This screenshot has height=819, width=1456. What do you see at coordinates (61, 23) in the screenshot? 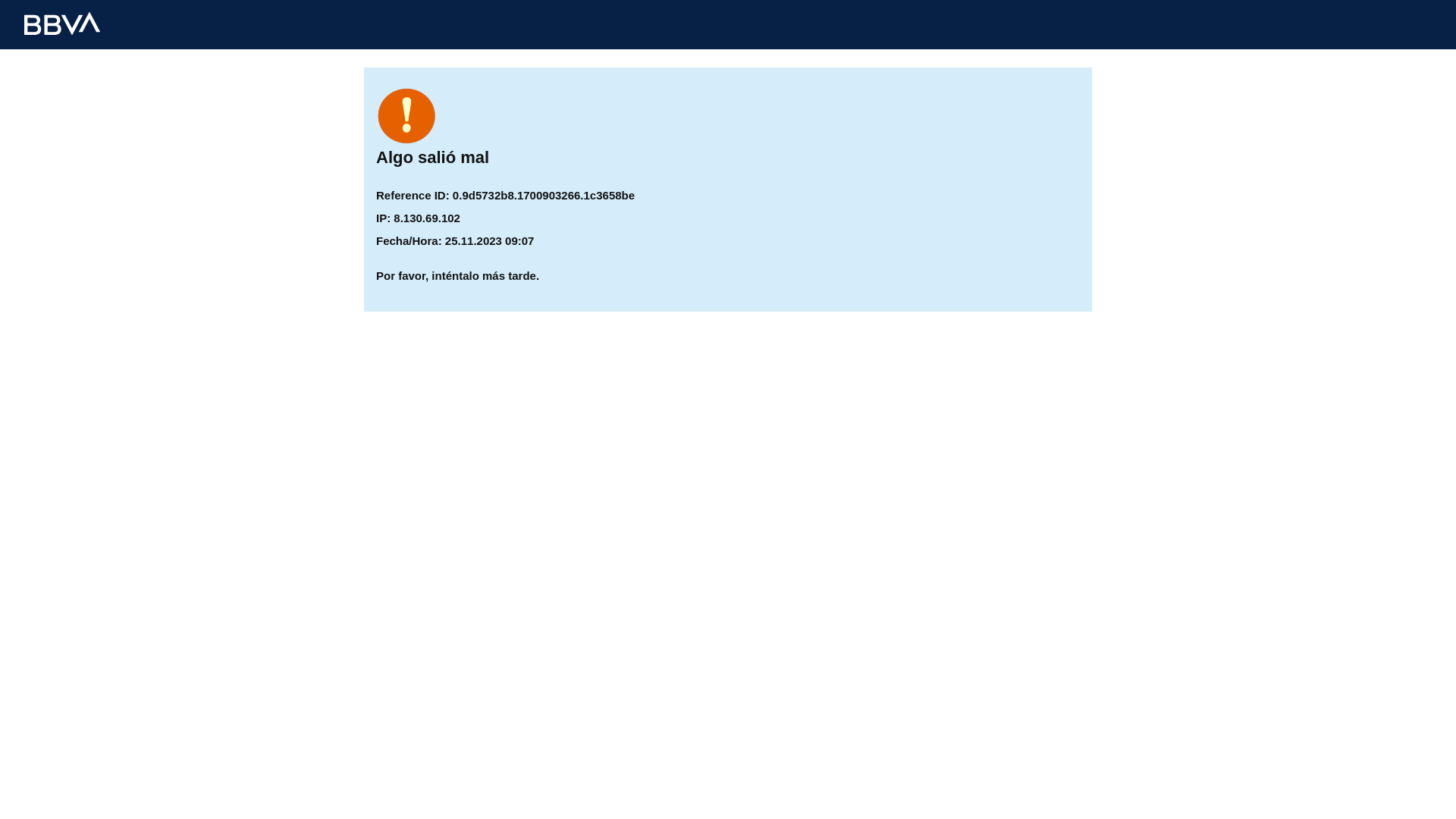
I see `'LOGO BBVA'` at bounding box center [61, 23].